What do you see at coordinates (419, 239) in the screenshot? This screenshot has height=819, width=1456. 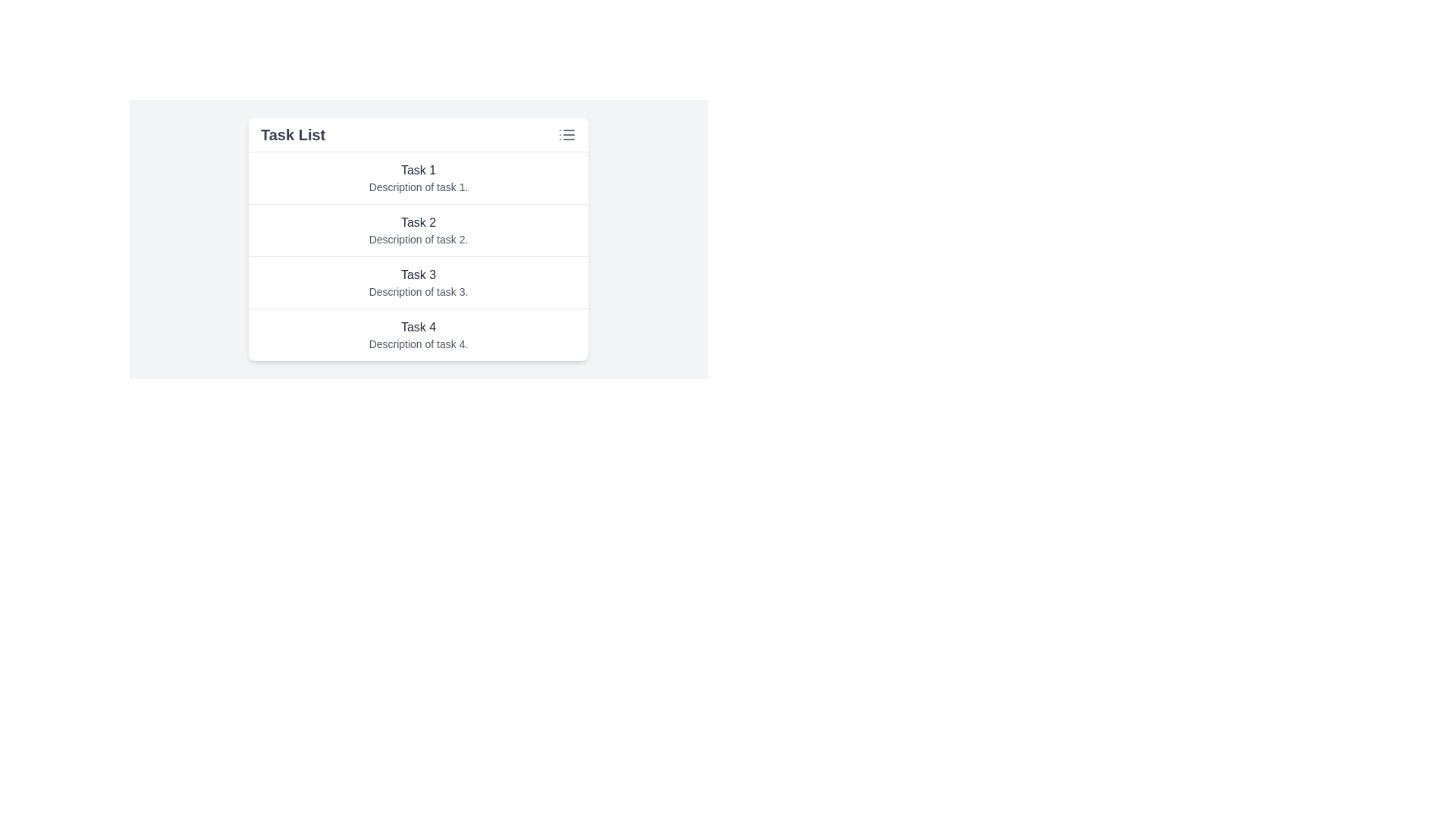 I see `the informational Text label titled 'Task 2', which is located directly below the title in a vertical task list` at bounding box center [419, 239].